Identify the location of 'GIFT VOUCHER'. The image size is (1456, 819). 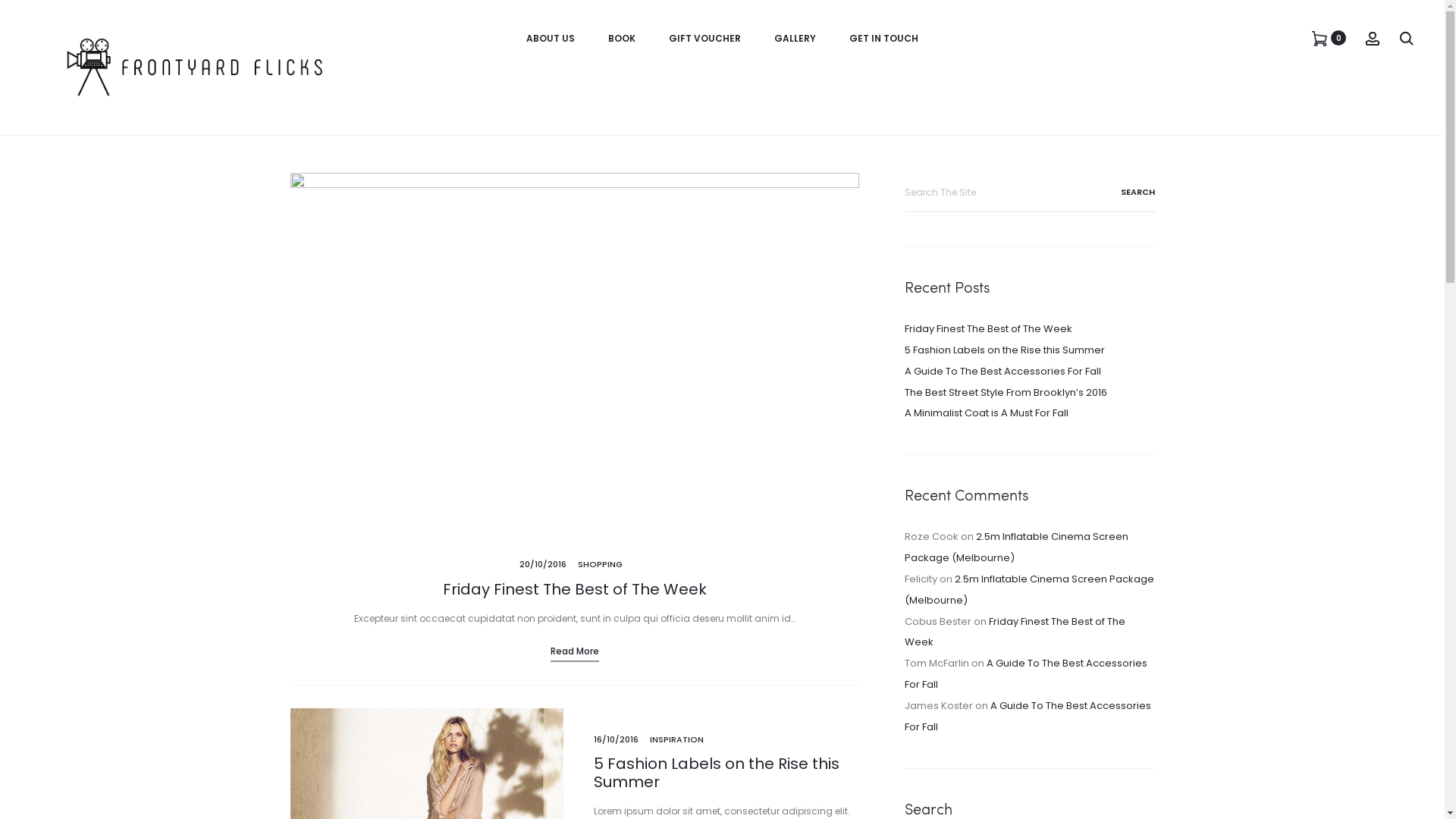
(704, 37).